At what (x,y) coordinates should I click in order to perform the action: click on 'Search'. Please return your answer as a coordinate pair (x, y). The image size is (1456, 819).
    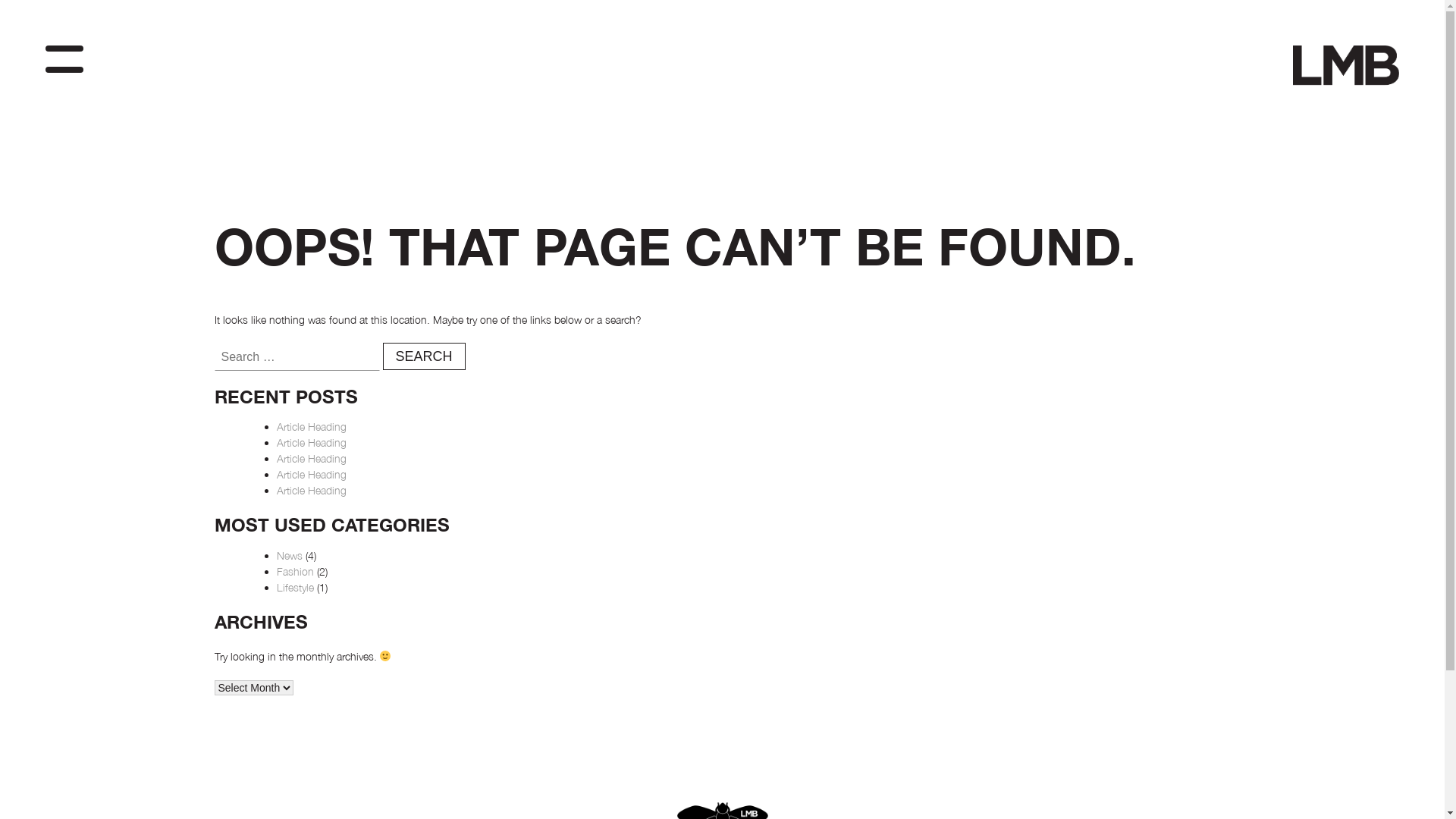
    Looking at the image, I should click on (423, 356).